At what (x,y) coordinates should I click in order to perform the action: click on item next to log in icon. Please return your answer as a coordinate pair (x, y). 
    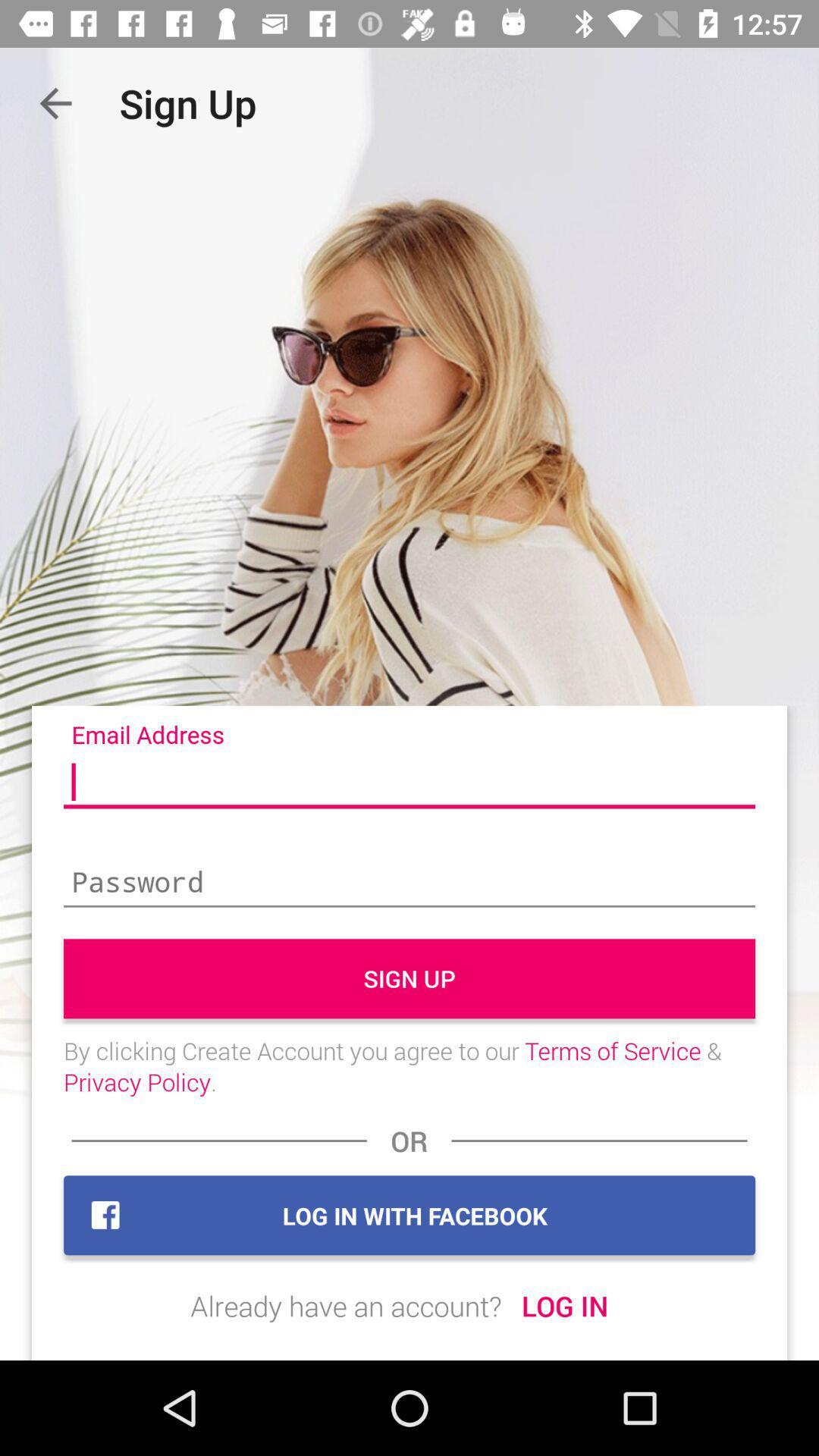
    Looking at the image, I should click on (346, 1305).